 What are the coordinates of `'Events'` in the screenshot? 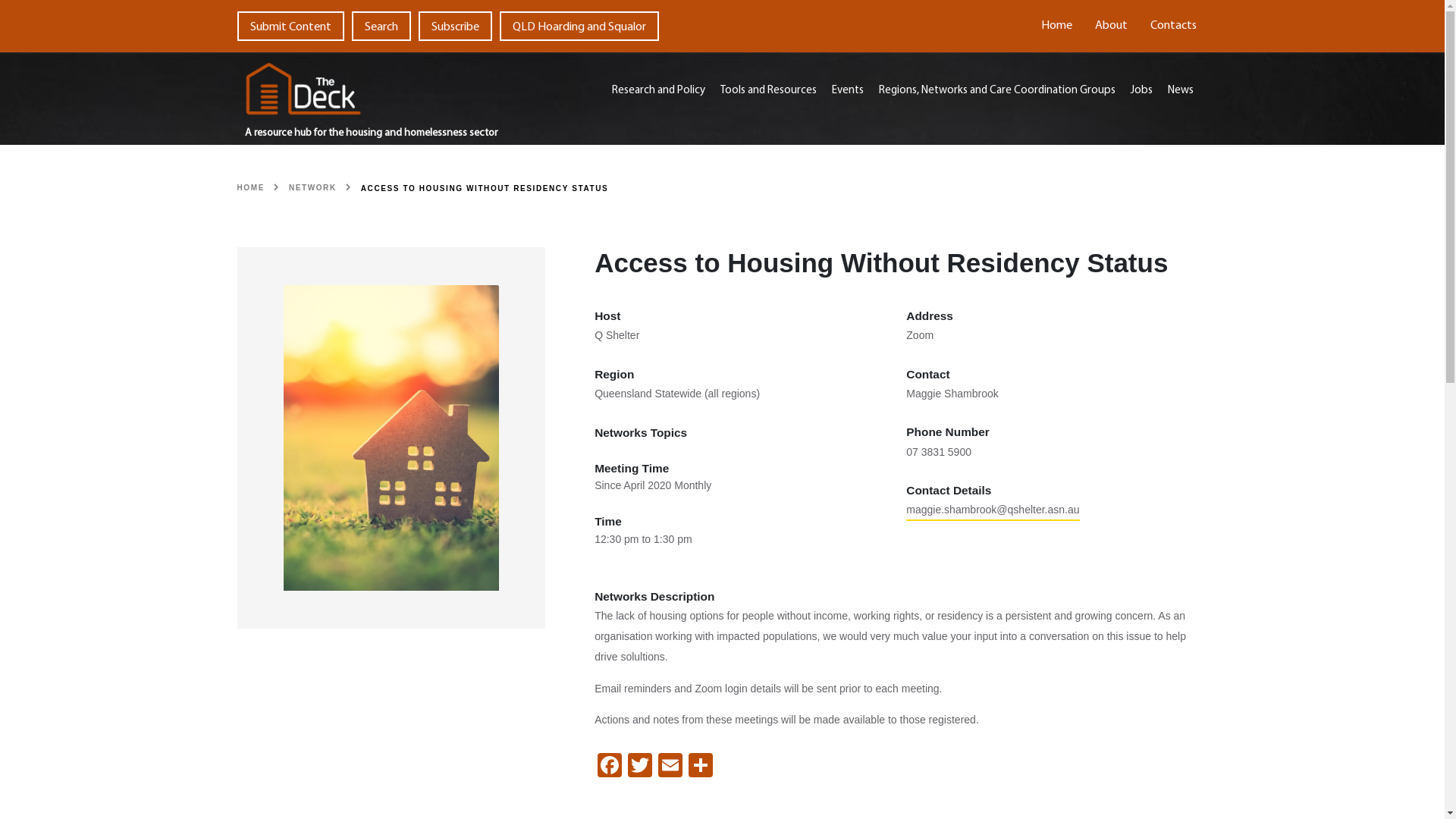 It's located at (847, 91).